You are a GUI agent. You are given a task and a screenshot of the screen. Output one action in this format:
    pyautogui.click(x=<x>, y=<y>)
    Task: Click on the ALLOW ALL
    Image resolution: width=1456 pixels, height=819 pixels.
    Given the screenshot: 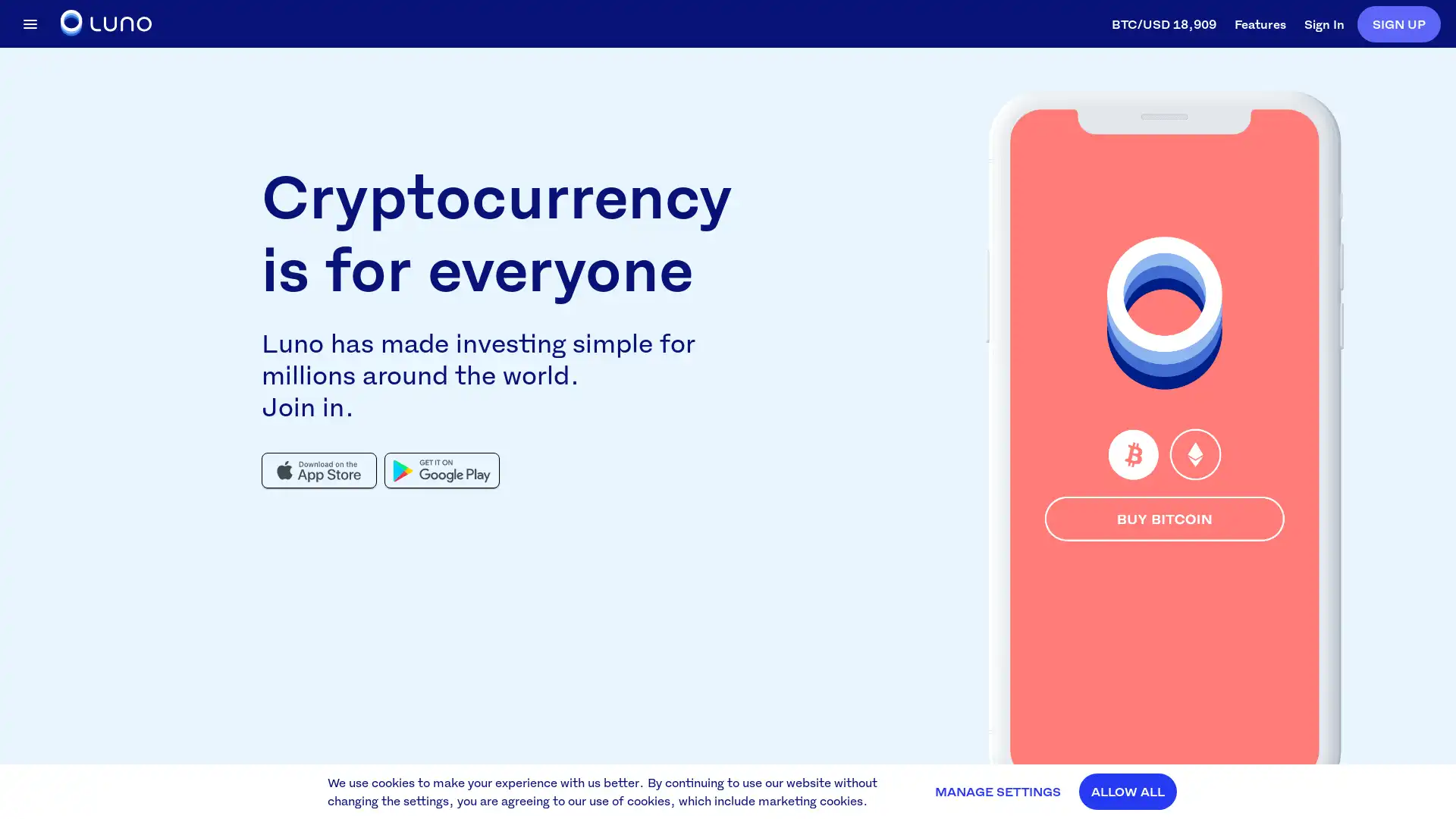 What is the action you would take?
    pyautogui.click(x=1128, y=791)
    